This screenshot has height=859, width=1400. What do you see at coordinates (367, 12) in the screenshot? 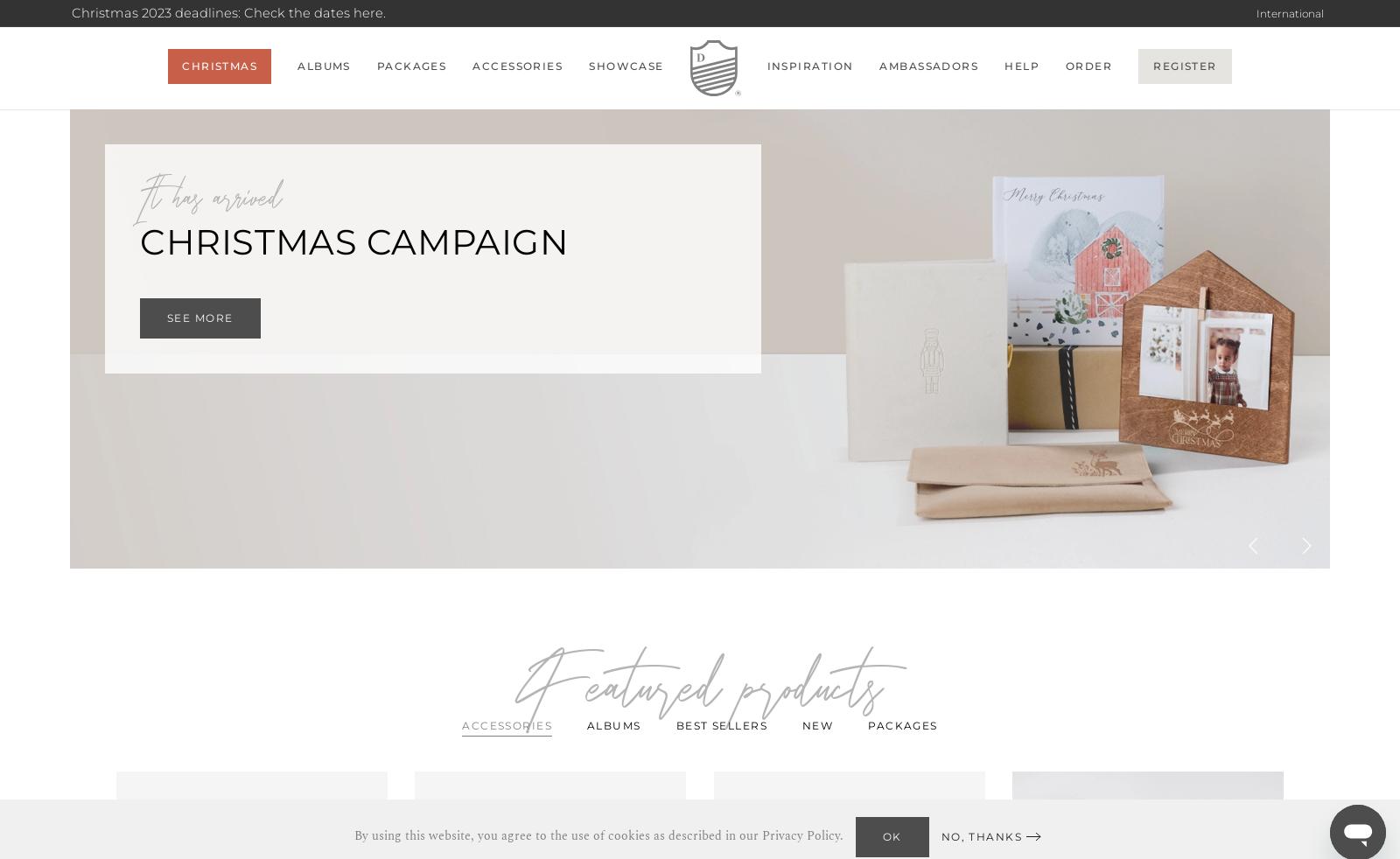
I see `'here'` at bounding box center [367, 12].